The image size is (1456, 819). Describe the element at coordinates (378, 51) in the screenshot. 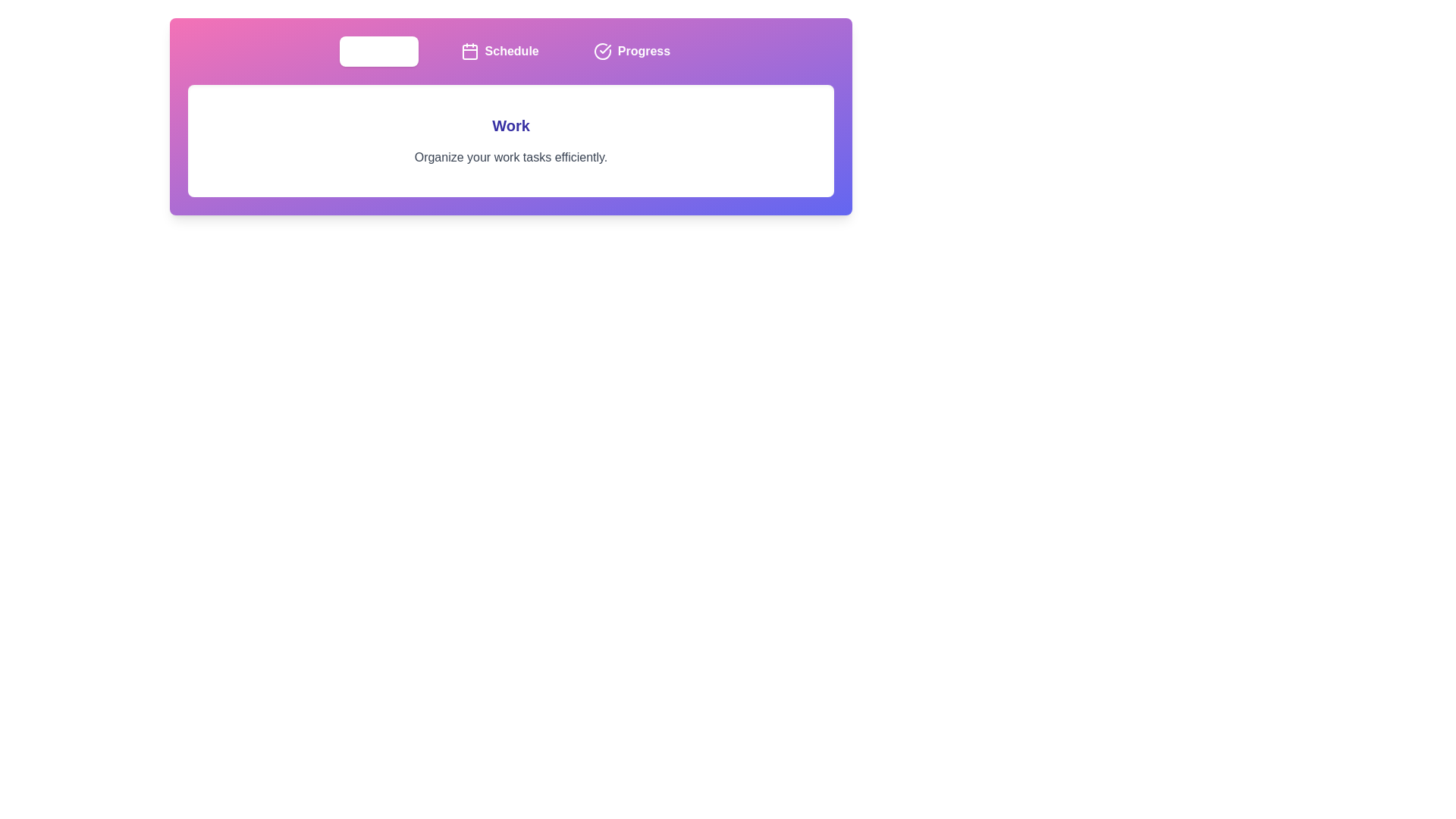

I see `the active tab to refresh its view` at that location.